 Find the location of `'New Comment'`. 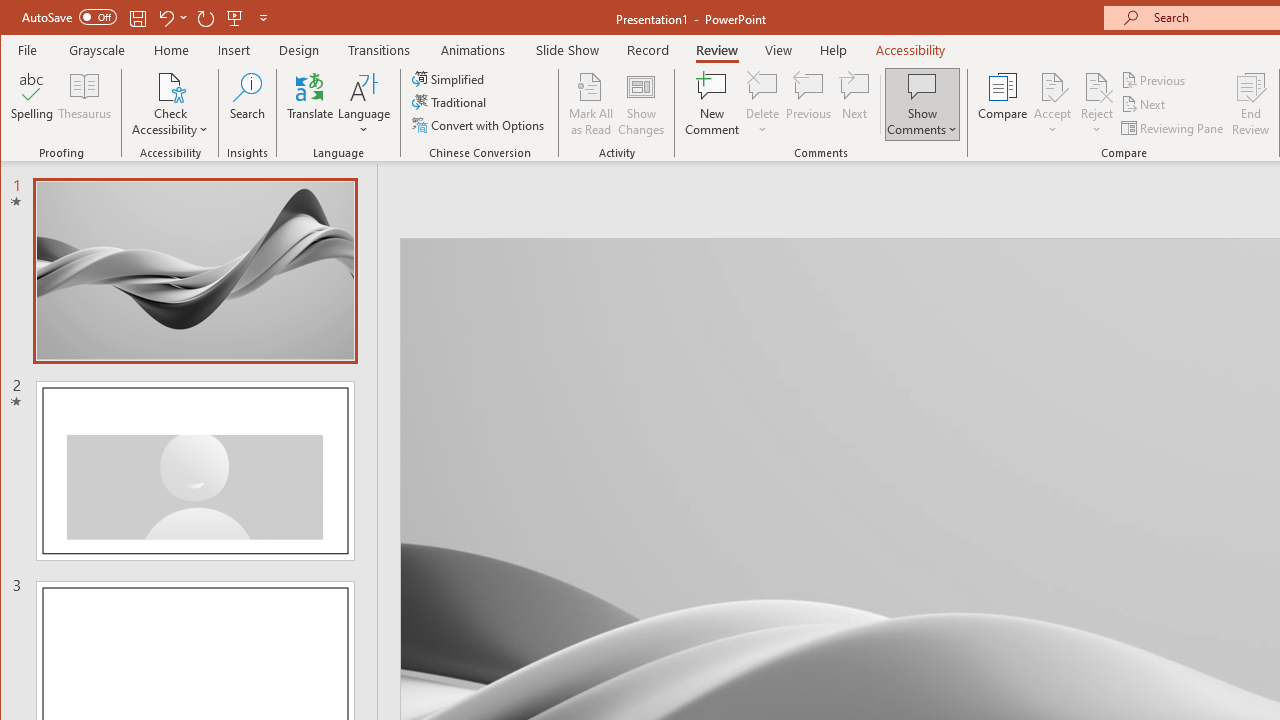

'New Comment' is located at coordinates (712, 104).